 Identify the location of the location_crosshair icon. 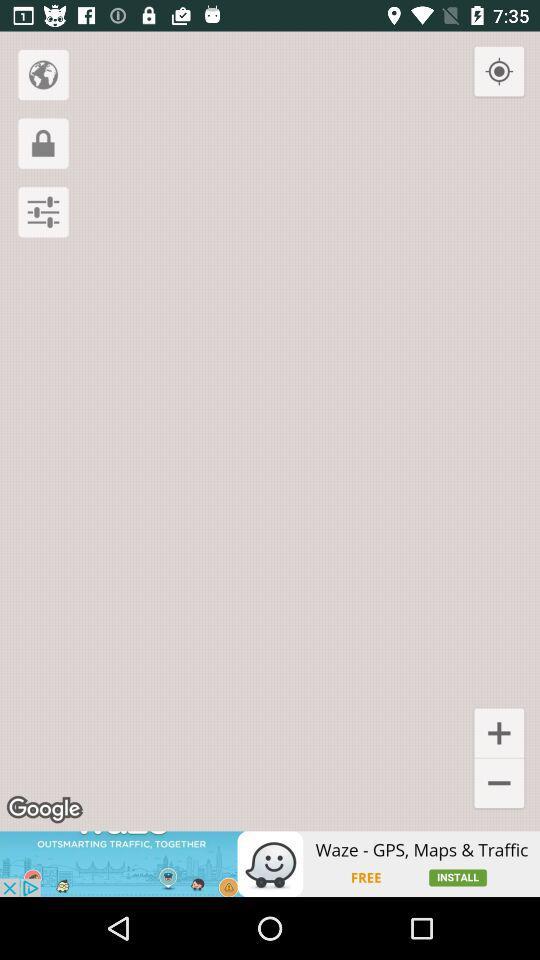
(498, 72).